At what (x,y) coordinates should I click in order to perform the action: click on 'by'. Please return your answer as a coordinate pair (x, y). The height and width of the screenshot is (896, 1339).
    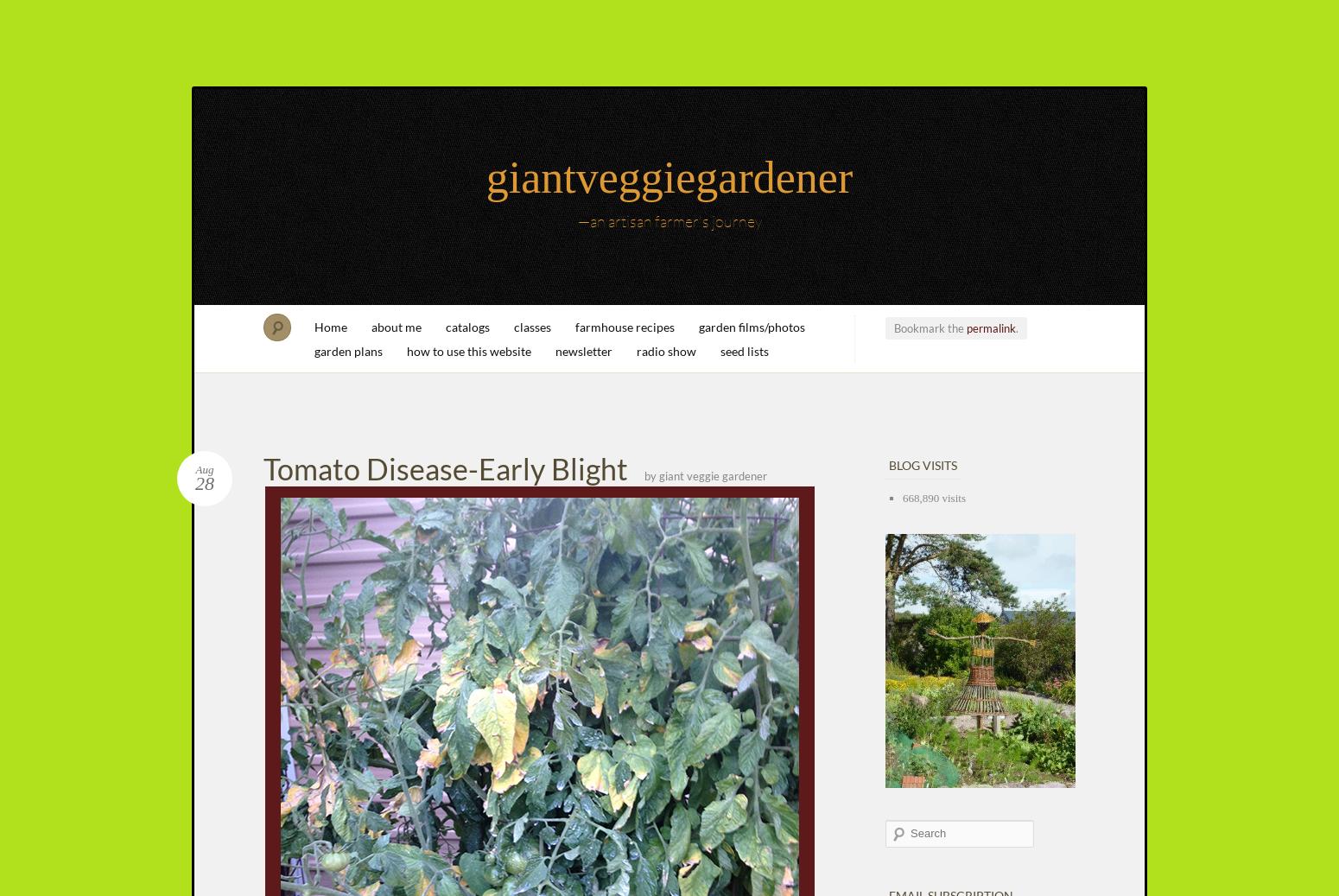
    Looking at the image, I should click on (651, 475).